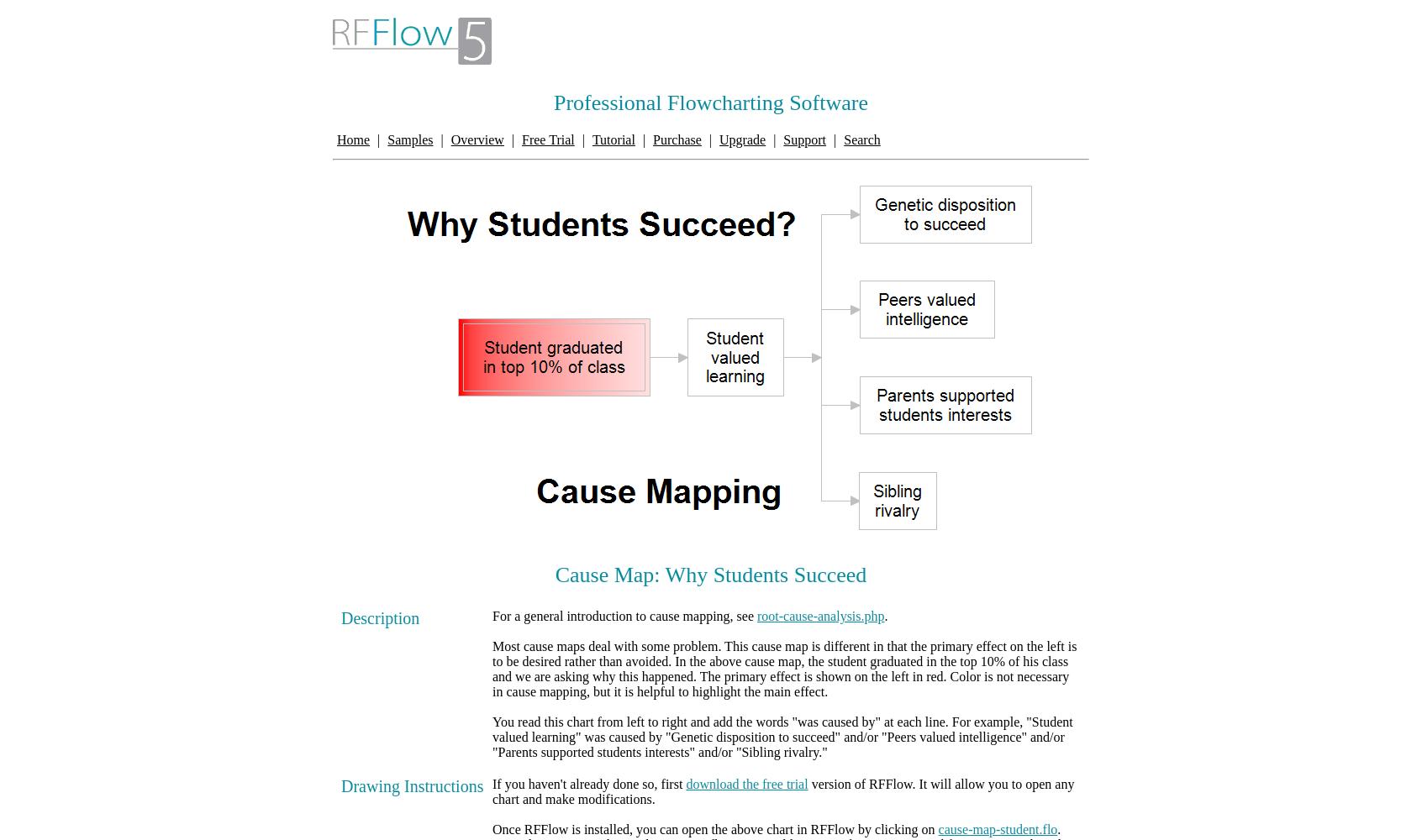 The height and width of the screenshot is (840, 1422). I want to click on 'Professional Flowcharting Software', so click(710, 102).